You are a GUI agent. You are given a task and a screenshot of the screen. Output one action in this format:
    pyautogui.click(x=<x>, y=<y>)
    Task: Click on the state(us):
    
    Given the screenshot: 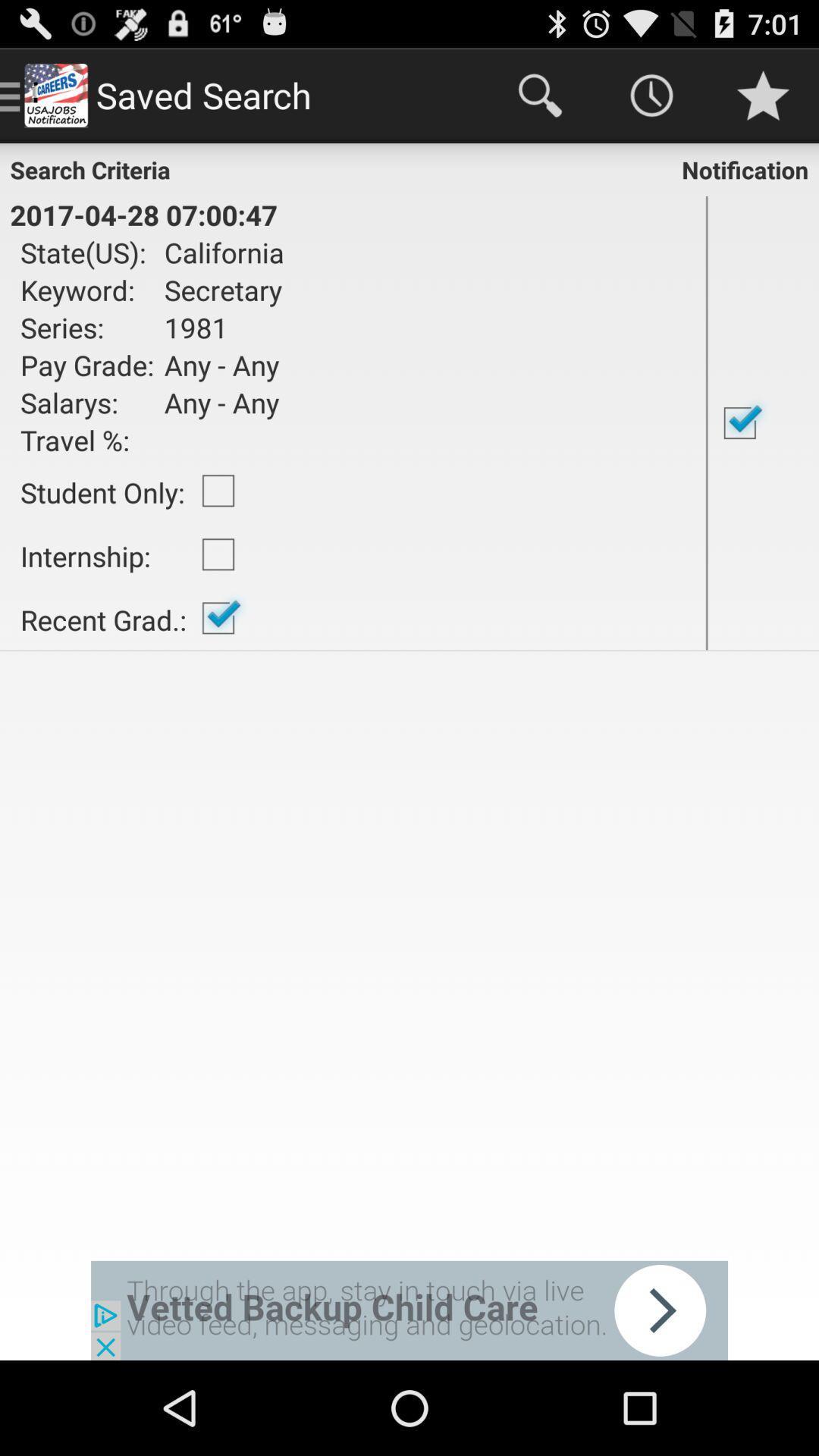 What is the action you would take?
    pyautogui.click(x=87, y=252)
    